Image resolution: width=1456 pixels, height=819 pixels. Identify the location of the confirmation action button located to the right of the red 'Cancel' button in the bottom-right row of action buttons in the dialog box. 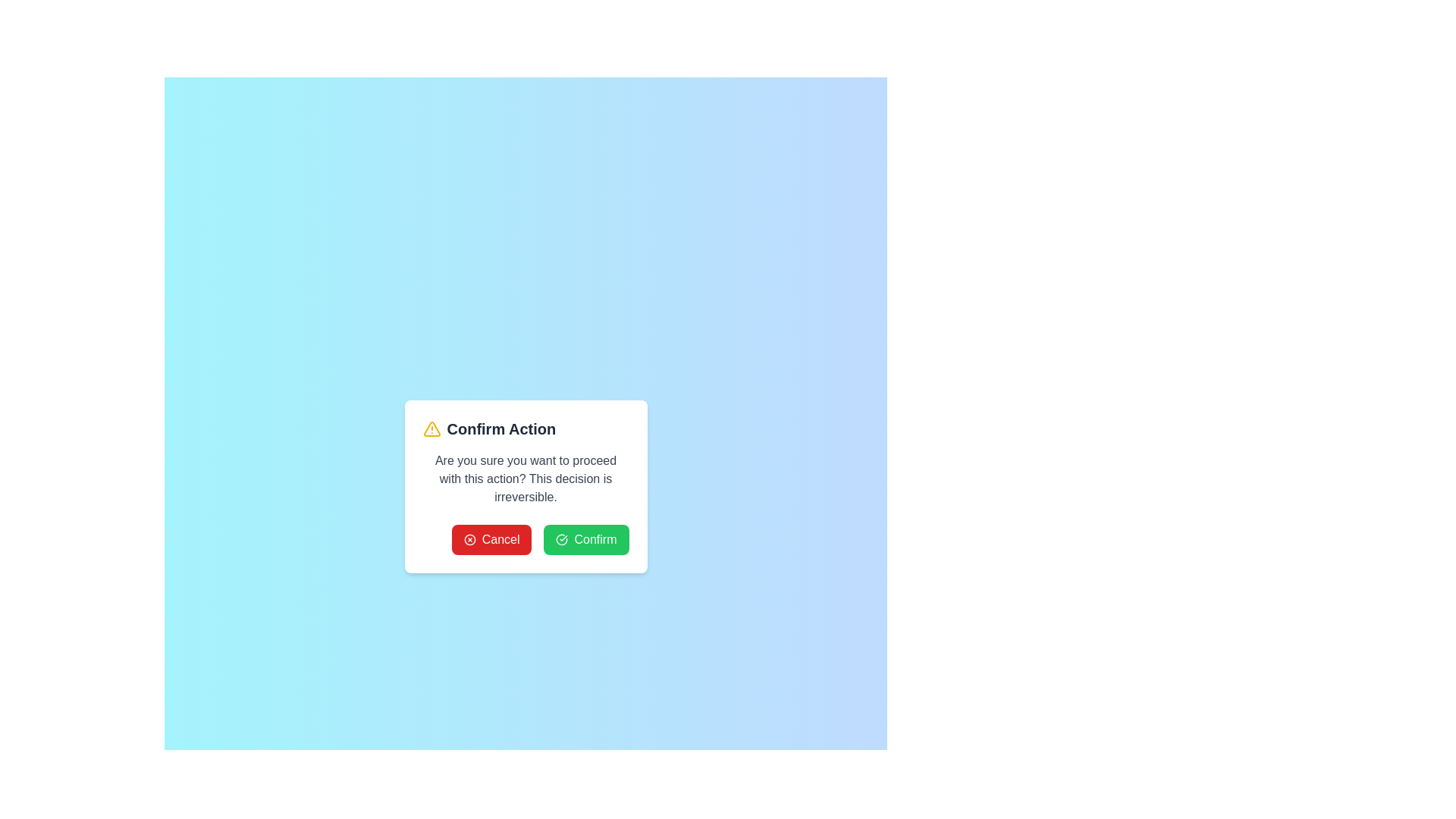
(585, 539).